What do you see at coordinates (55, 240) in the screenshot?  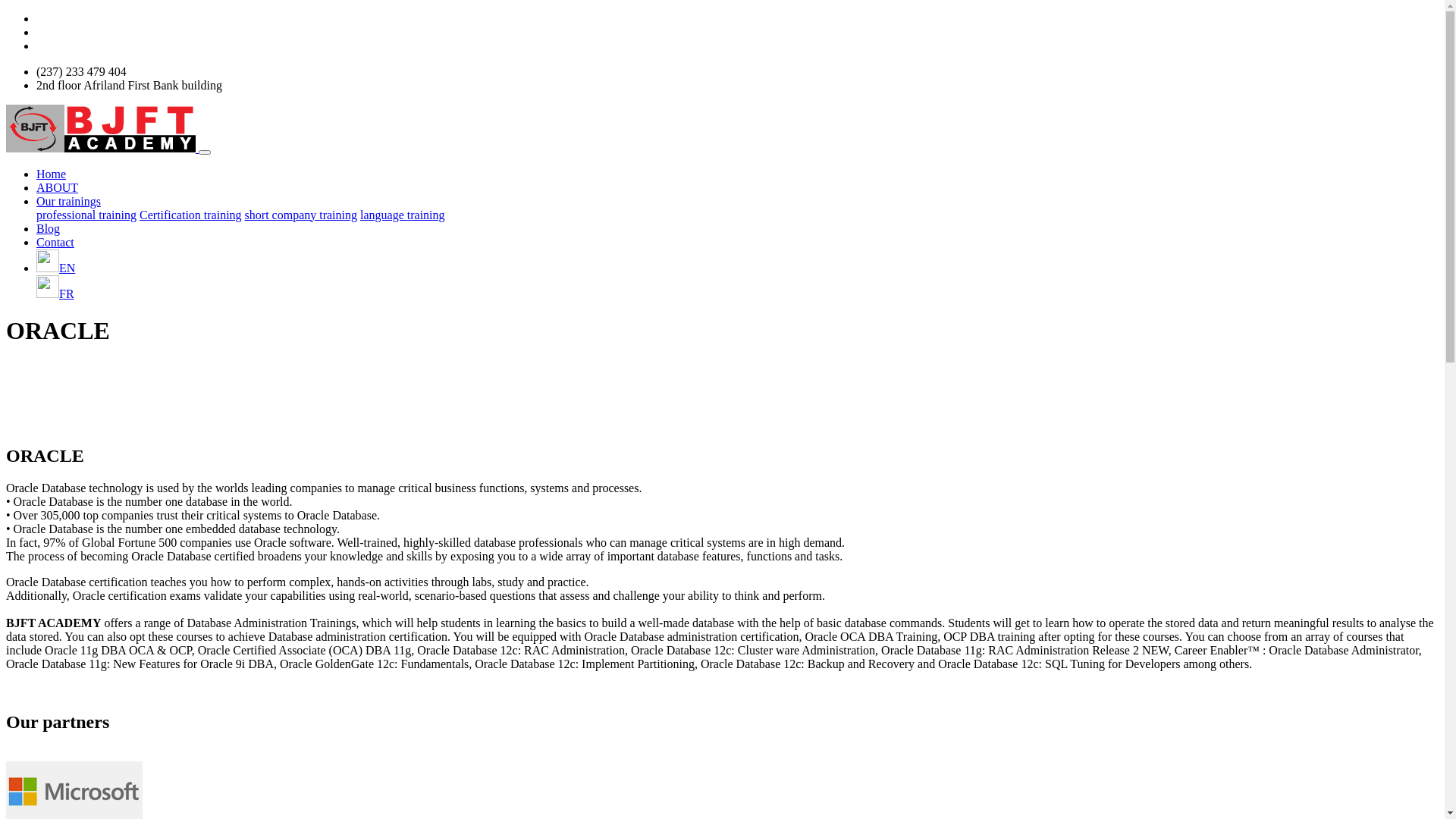 I see `'Contact'` at bounding box center [55, 240].